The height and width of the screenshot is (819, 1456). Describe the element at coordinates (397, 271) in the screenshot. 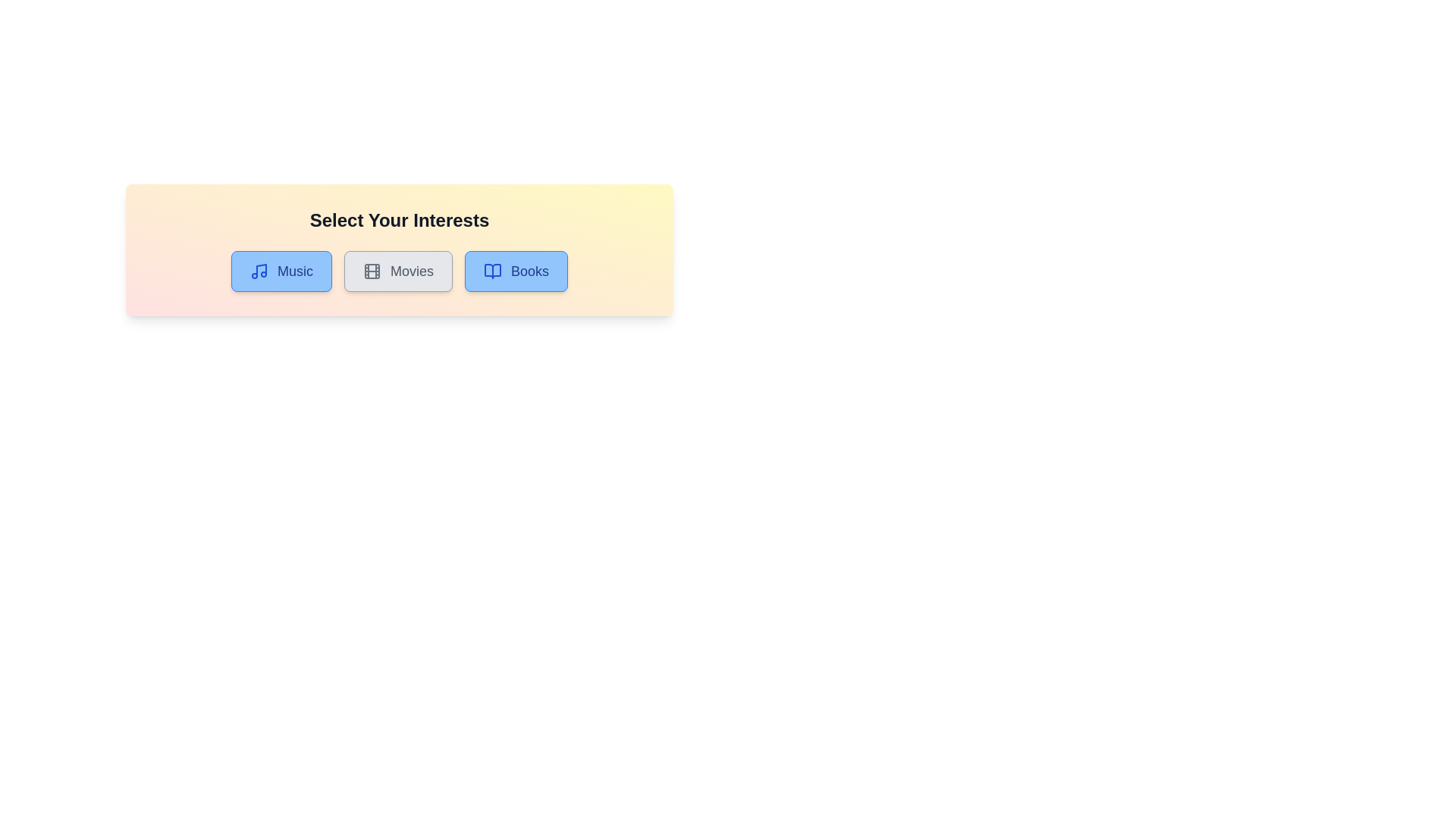

I see `the interest Movies by clicking its button` at that location.